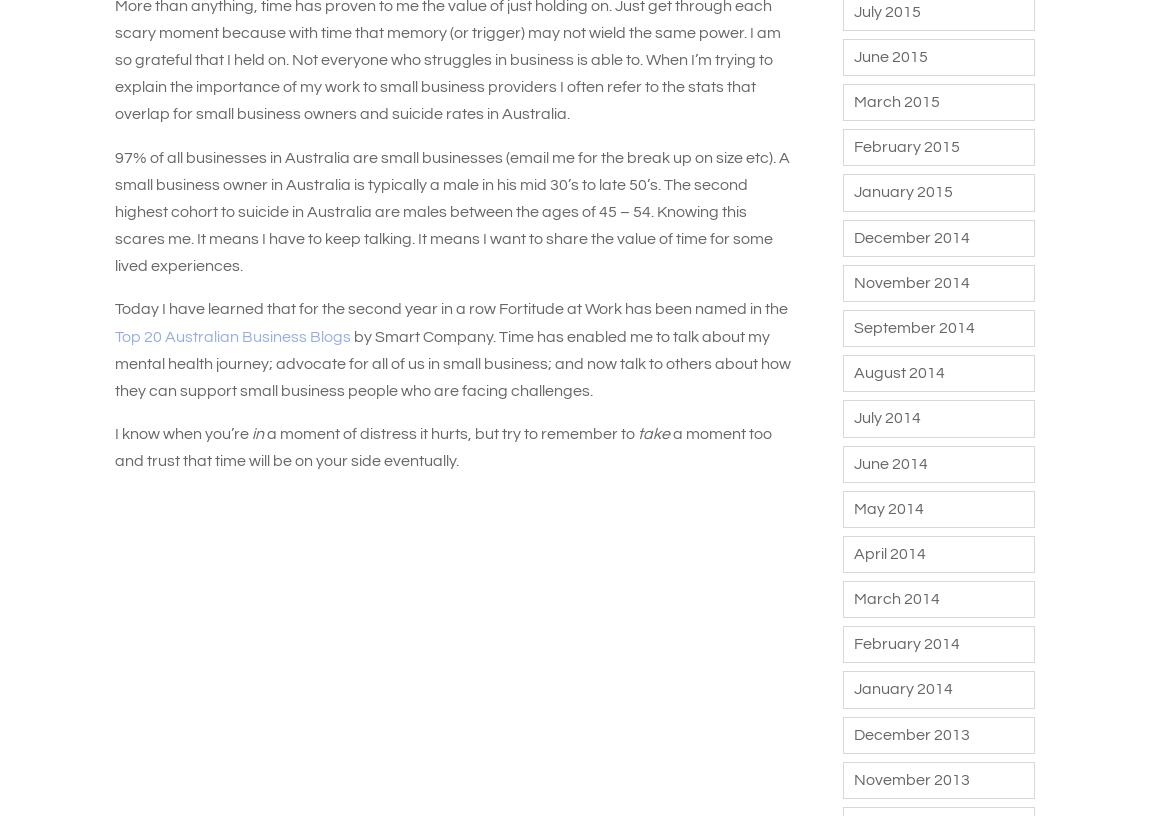 The image size is (1150, 816). What do you see at coordinates (851, 461) in the screenshot?
I see `'June 2014'` at bounding box center [851, 461].